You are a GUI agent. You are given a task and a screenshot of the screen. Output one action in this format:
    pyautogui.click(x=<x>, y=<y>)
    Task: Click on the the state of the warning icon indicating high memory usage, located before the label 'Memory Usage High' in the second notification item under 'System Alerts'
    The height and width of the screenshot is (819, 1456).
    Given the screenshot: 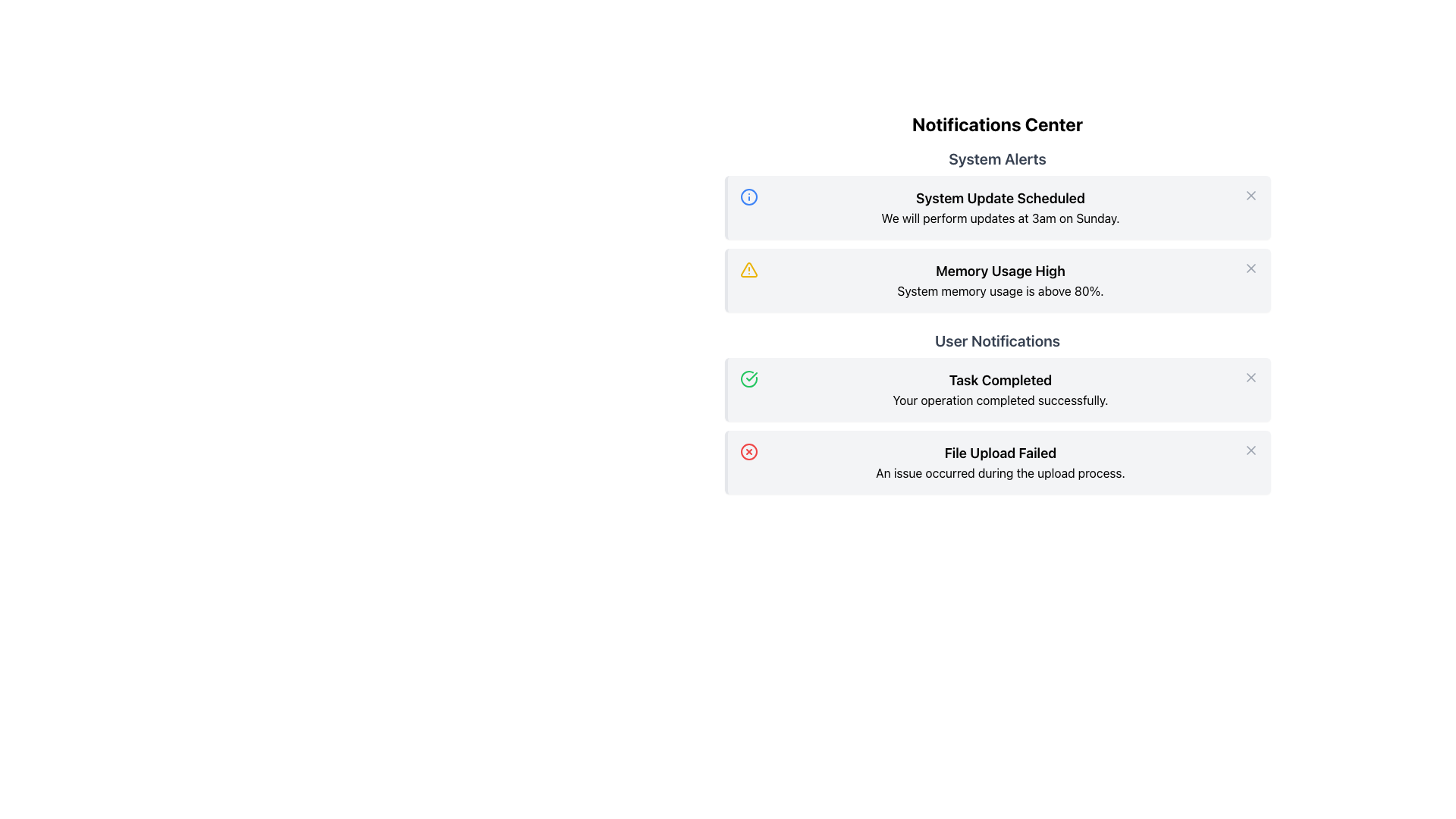 What is the action you would take?
    pyautogui.click(x=748, y=268)
    